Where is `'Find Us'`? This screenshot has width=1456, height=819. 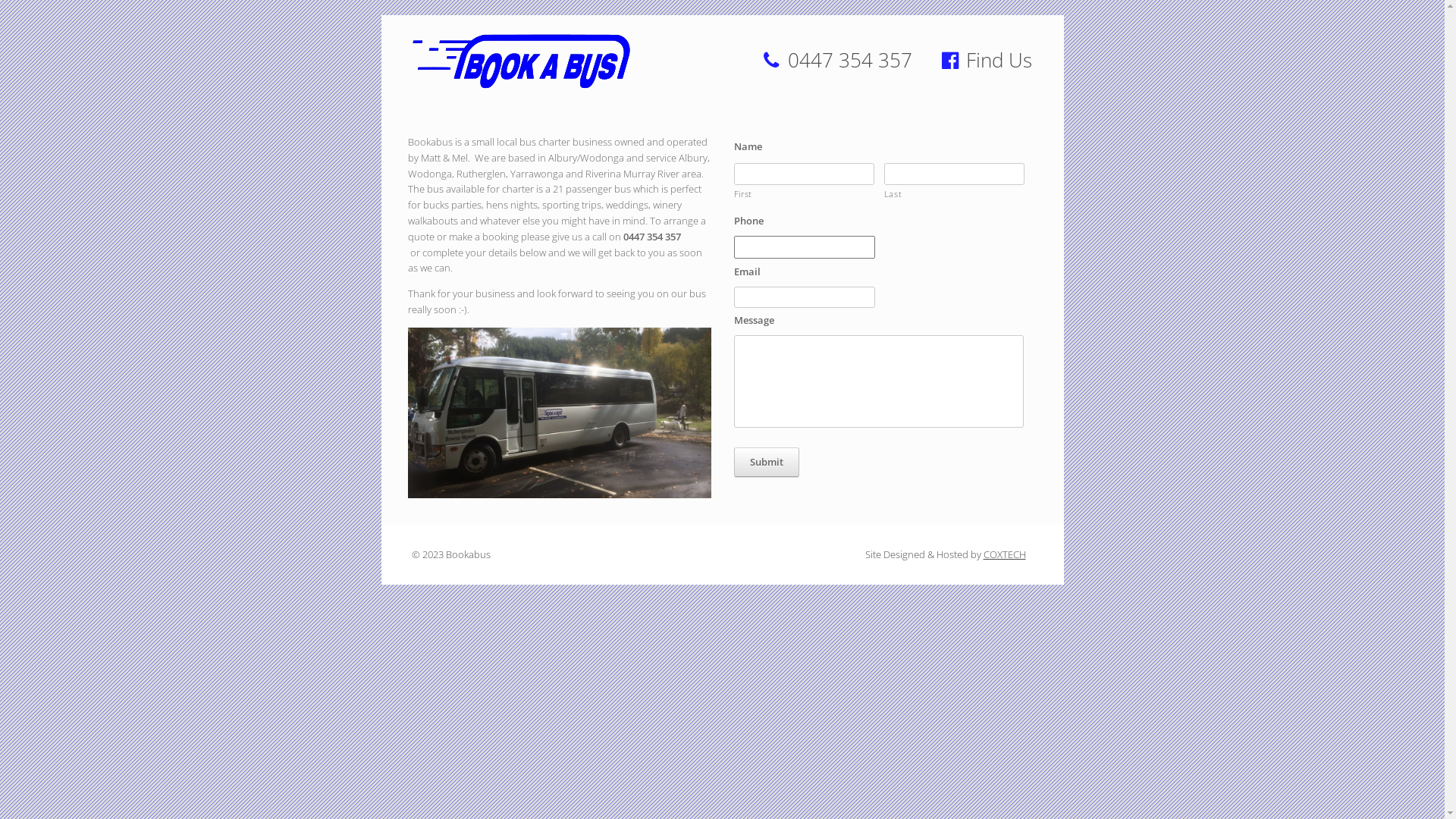
'Find Us' is located at coordinates (986, 58).